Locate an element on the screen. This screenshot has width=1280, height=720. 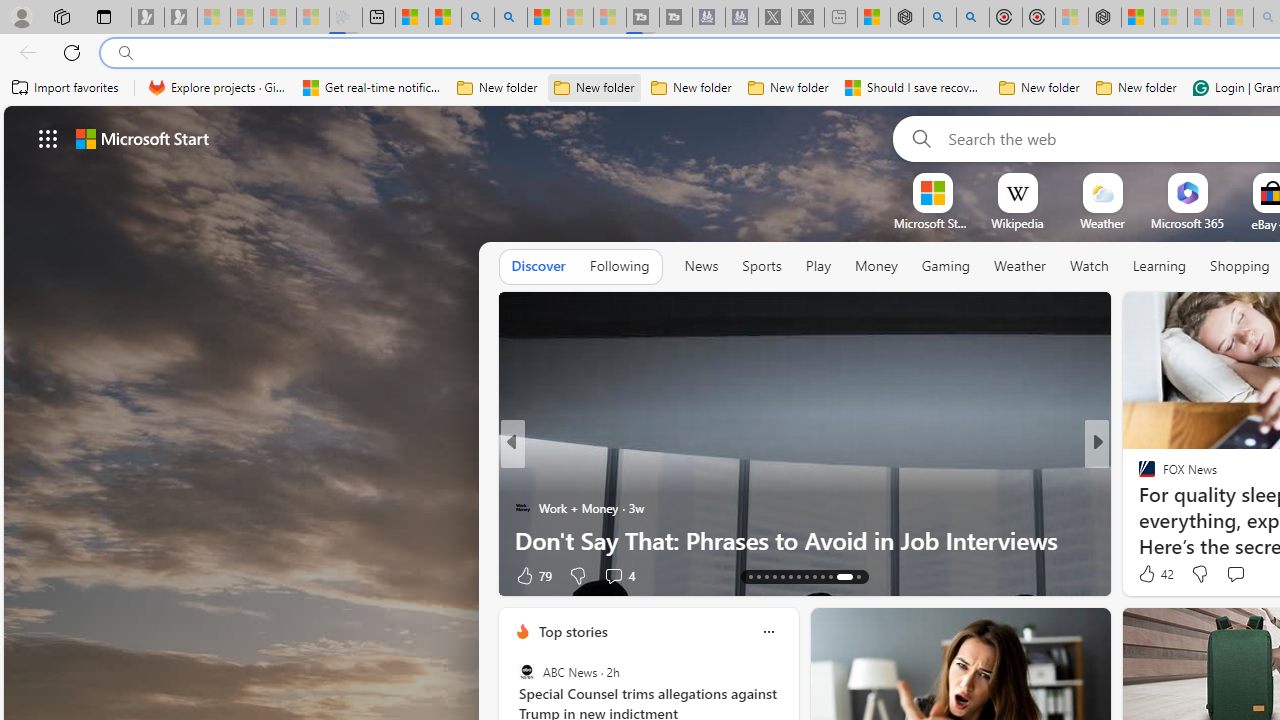
'Work + Money' is located at coordinates (522, 506).